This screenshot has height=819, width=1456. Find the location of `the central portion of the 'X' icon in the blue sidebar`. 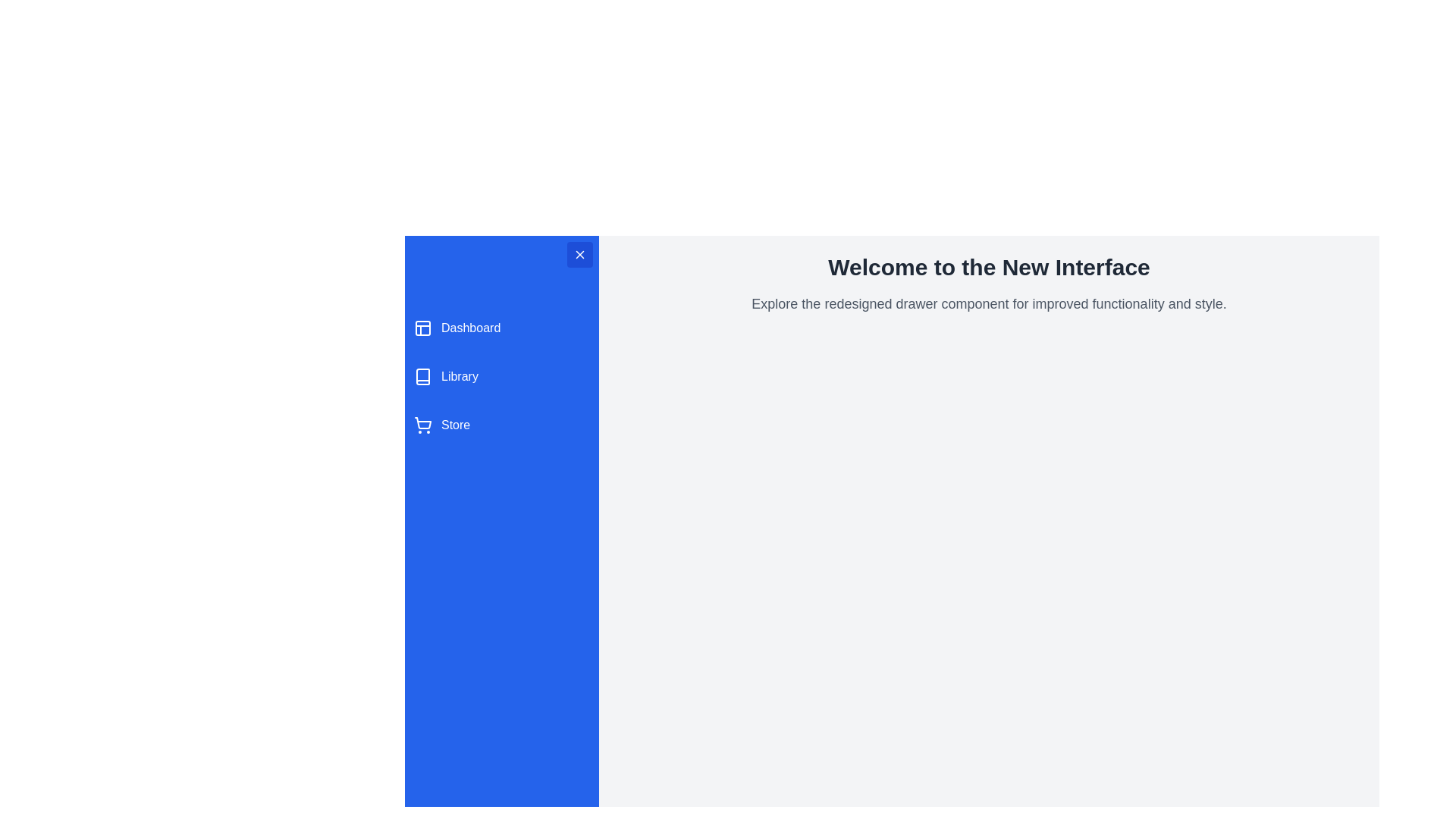

the central portion of the 'X' icon in the blue sidebar is located at coordinates (579, 253).